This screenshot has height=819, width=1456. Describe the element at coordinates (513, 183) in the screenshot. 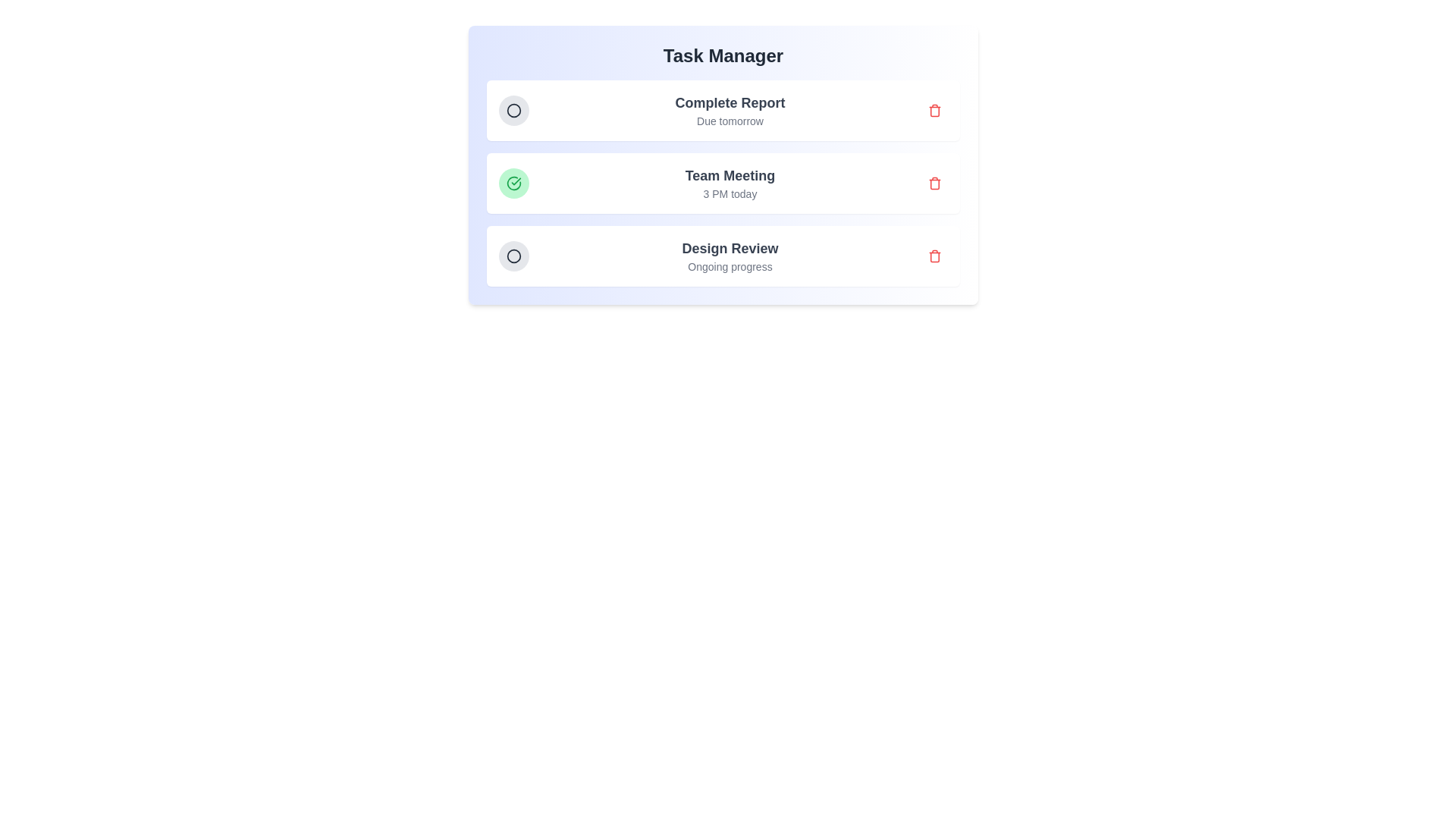

I see `the completion status icon located to the left of the 'Team Meeting' task title in the second row of the task list` at that location.